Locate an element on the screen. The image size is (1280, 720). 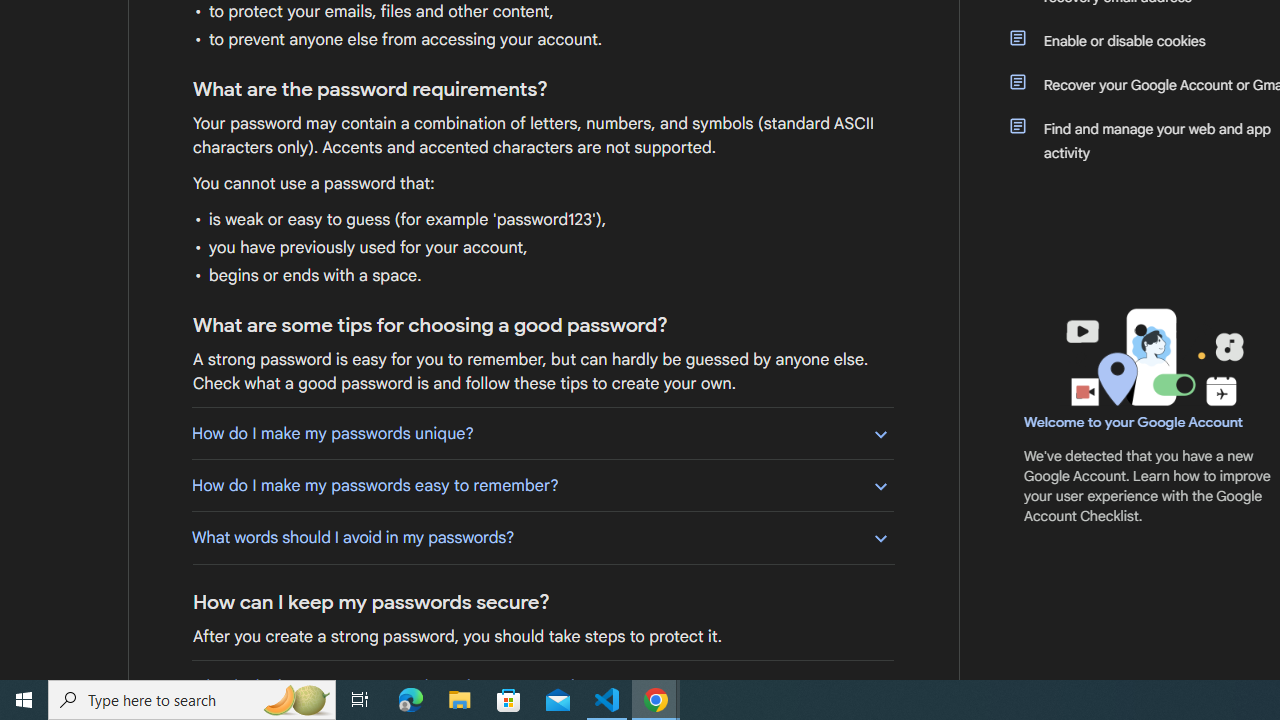
'How do I make my passwords unique?' is located at coordinates (542, 432).